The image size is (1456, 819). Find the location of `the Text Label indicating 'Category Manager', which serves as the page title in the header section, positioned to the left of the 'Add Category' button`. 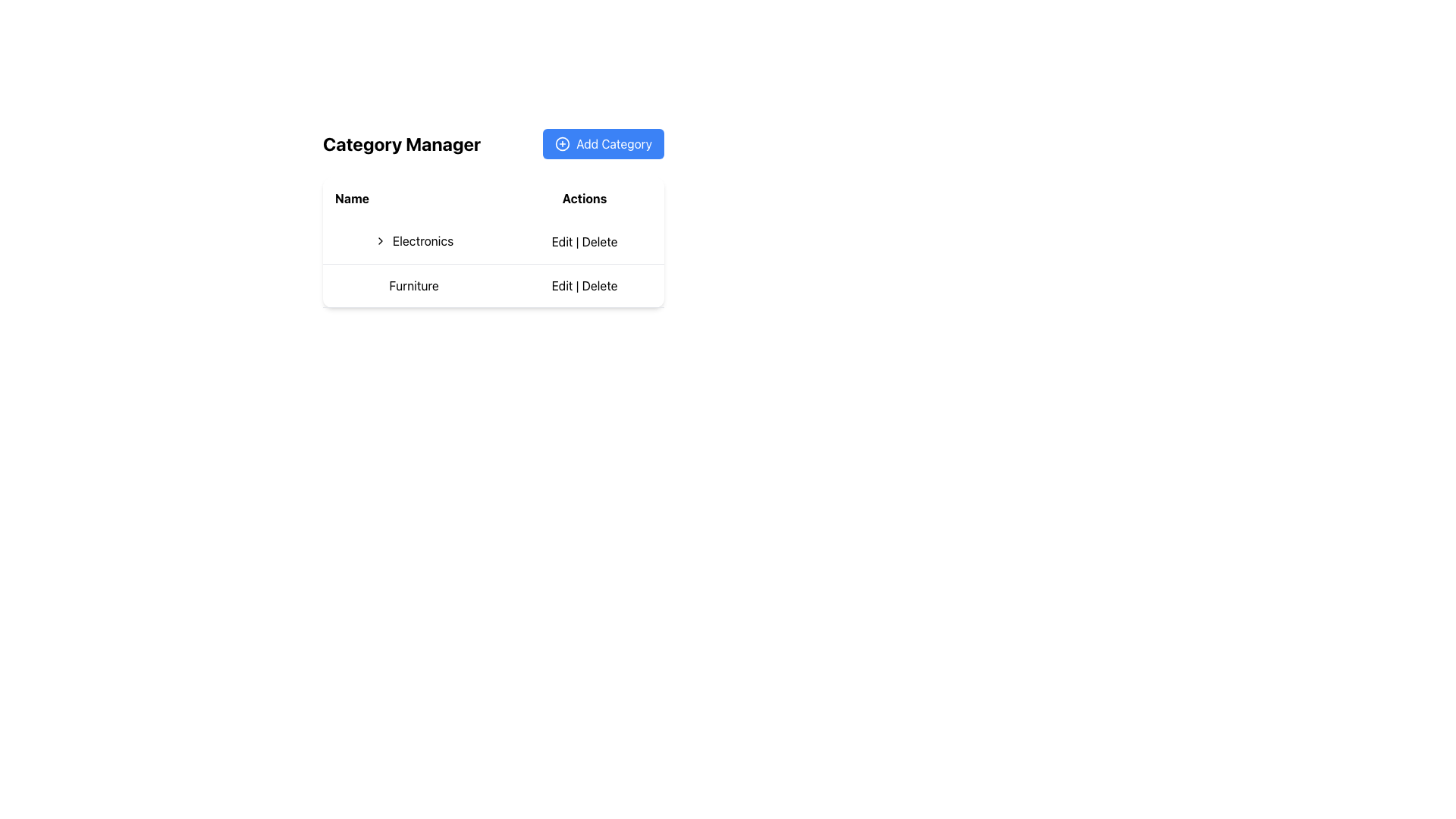

the Text Label indicating 'Category Manager', which serves as the page title in the header section, positioned to the left of the 'Add Category' button is located at coordinates (402, 143).